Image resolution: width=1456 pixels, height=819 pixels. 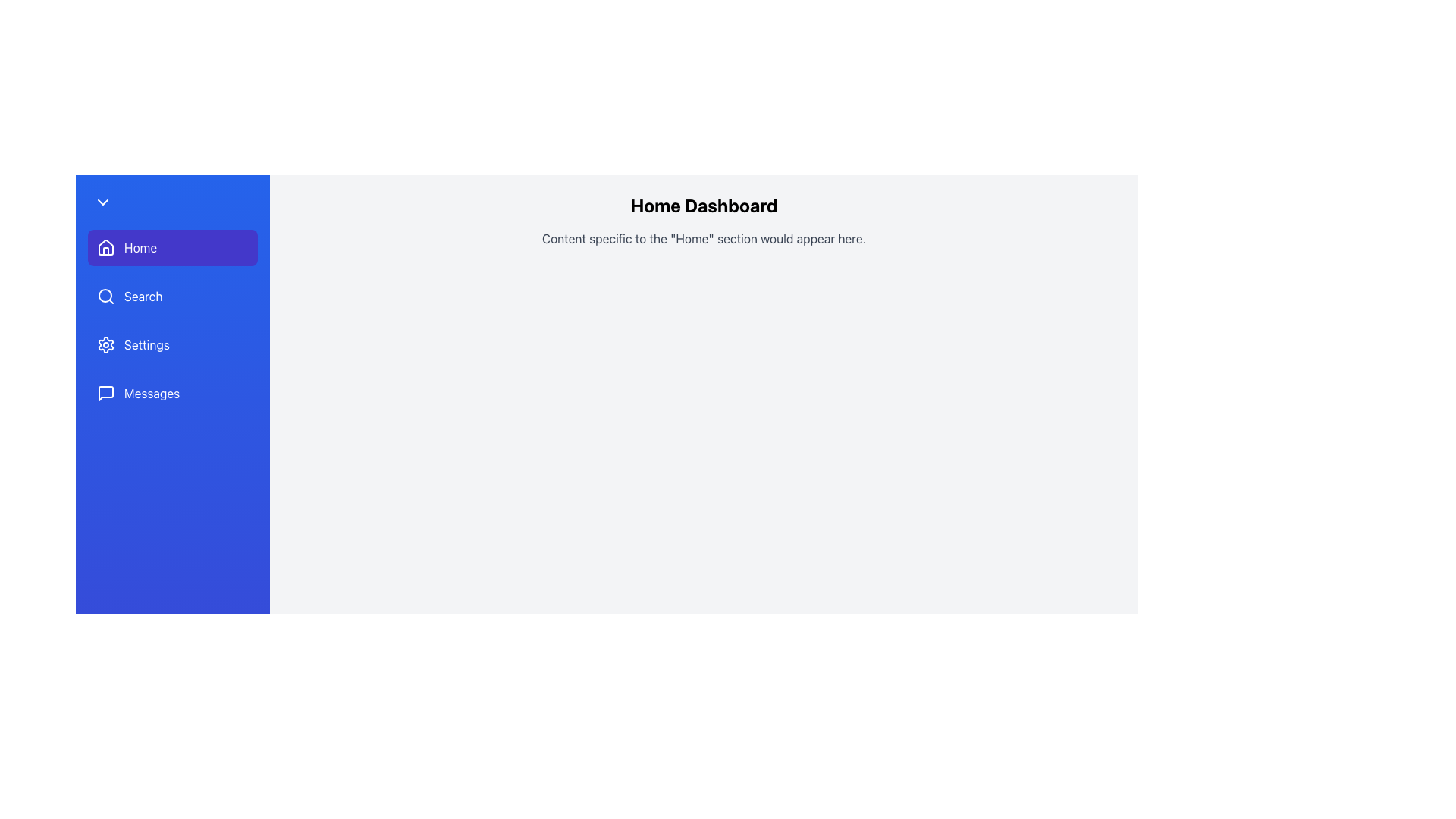 What do you see at coordinates (105, 247) in the screenshot?
I see `the 'Home' button in the vertical navigation bar` at bounding box center [105, 247].